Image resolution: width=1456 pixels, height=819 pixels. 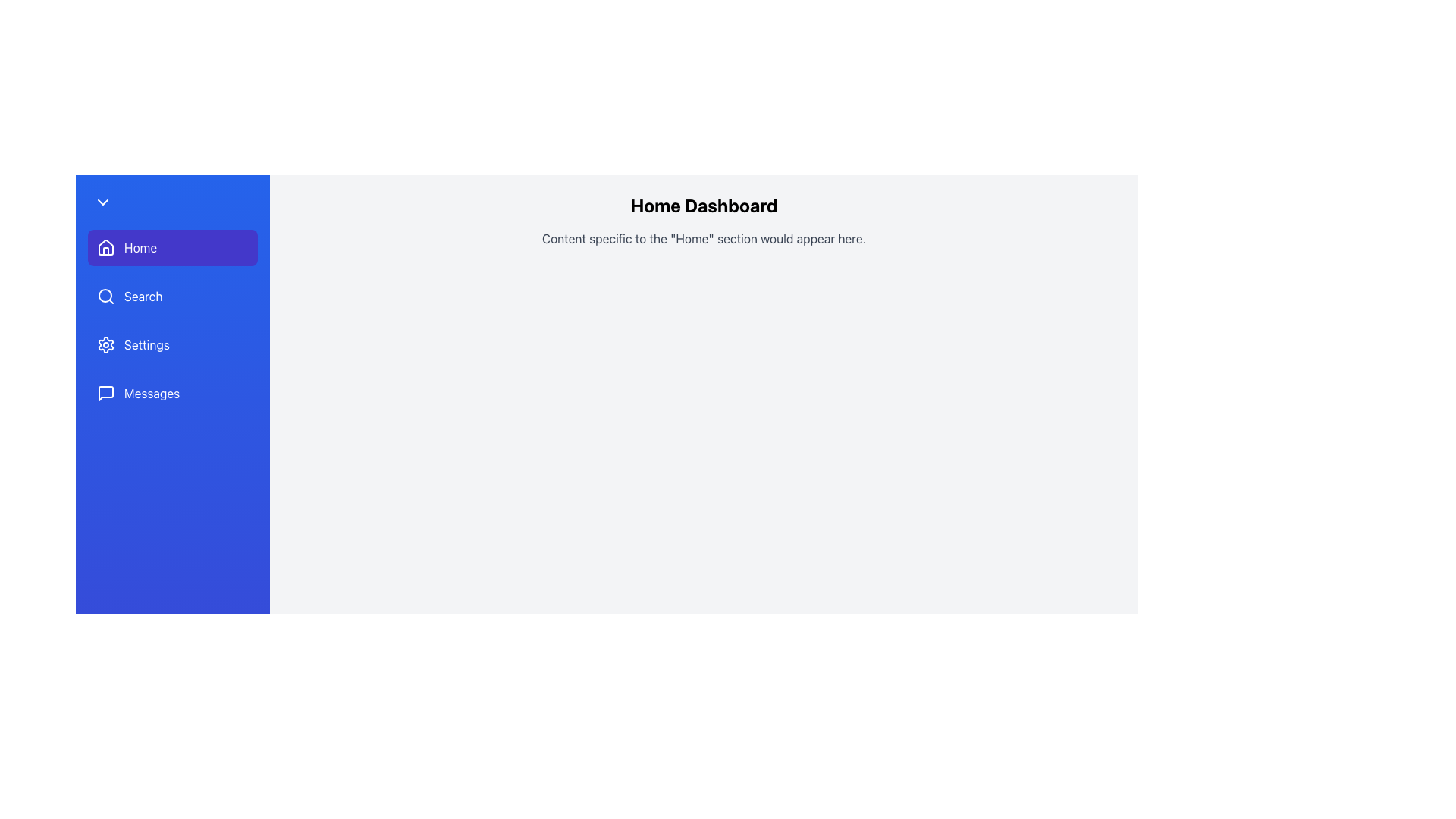 What do you see at coordinates (105, 247) in the screenshot?
I see `the 'Home' button in the vertical navigation bar` at bounding box center [105, 247].